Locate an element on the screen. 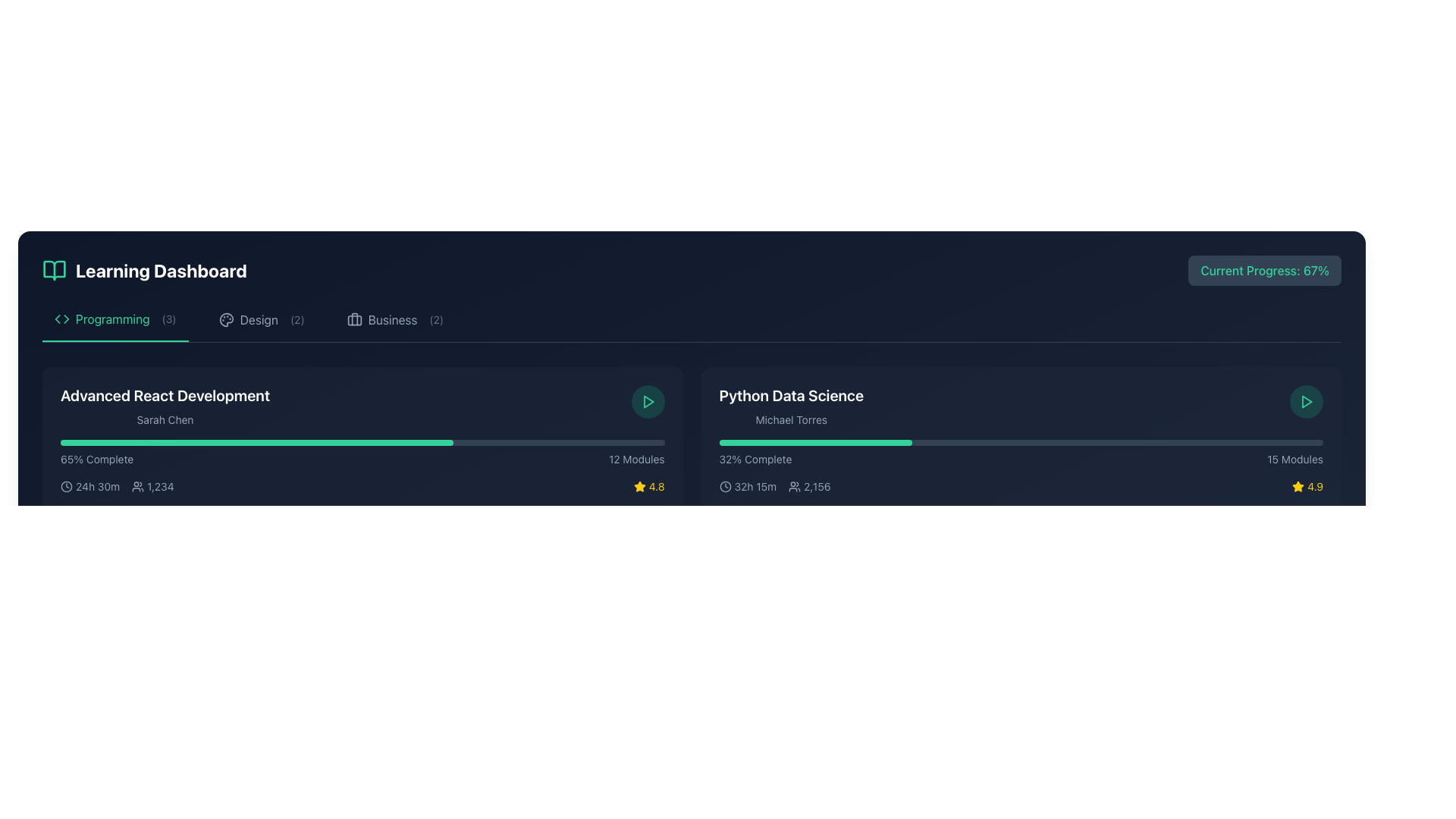 The height and width of the screenshot is (819, 1456). the briefcase icon in the 'Business (2)' navigation menu is located at coordinates (353, 318).